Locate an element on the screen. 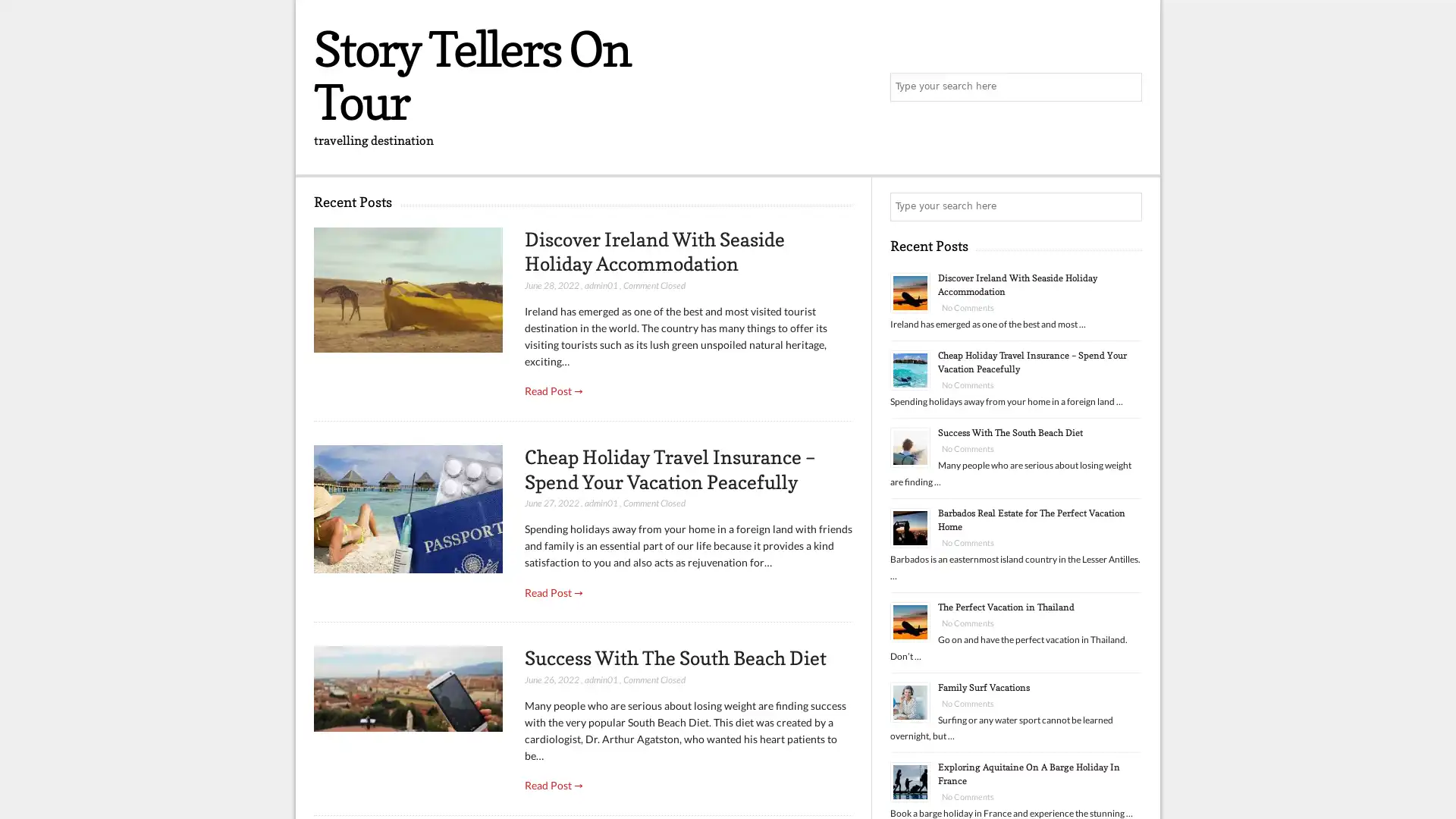 The width and height of the screenshot is (1456, 819). Search is located at coordinates (1126, 207).